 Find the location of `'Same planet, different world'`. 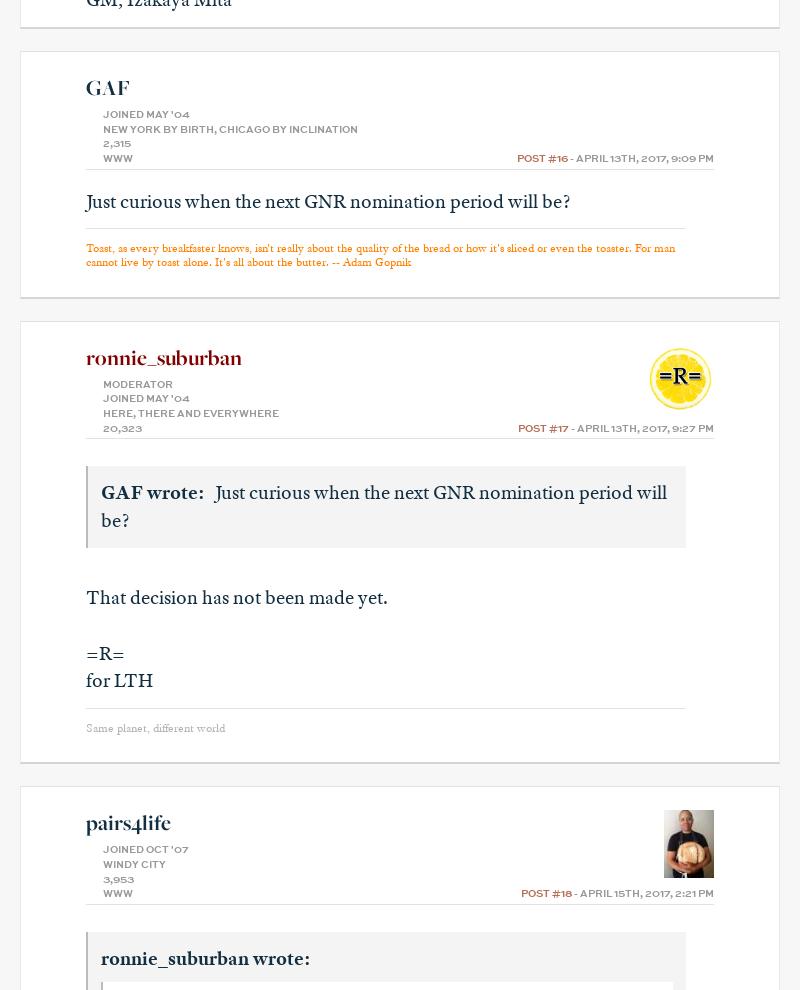

'Same planet, different world' is located at coordinates (155, 727).